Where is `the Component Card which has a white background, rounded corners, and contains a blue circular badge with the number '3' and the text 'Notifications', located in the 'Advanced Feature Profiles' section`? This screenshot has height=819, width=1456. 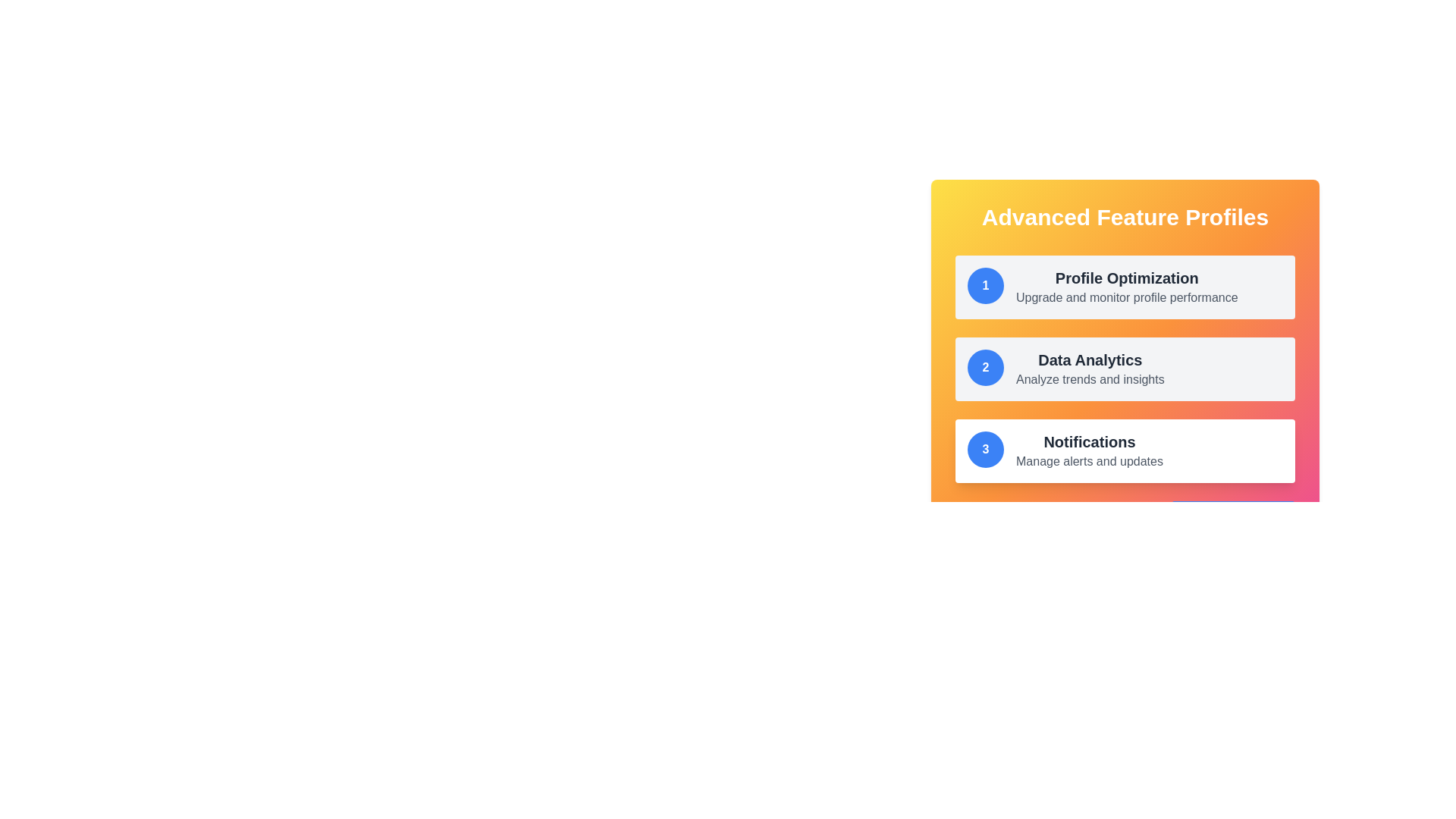 the Component Card which has a white background, rounded corners, and contains a blue circular badge with the number '3' and the text 'Notifications', located in the 'Advanced Feature Profiles' section is located at coordinates (1125, 450).